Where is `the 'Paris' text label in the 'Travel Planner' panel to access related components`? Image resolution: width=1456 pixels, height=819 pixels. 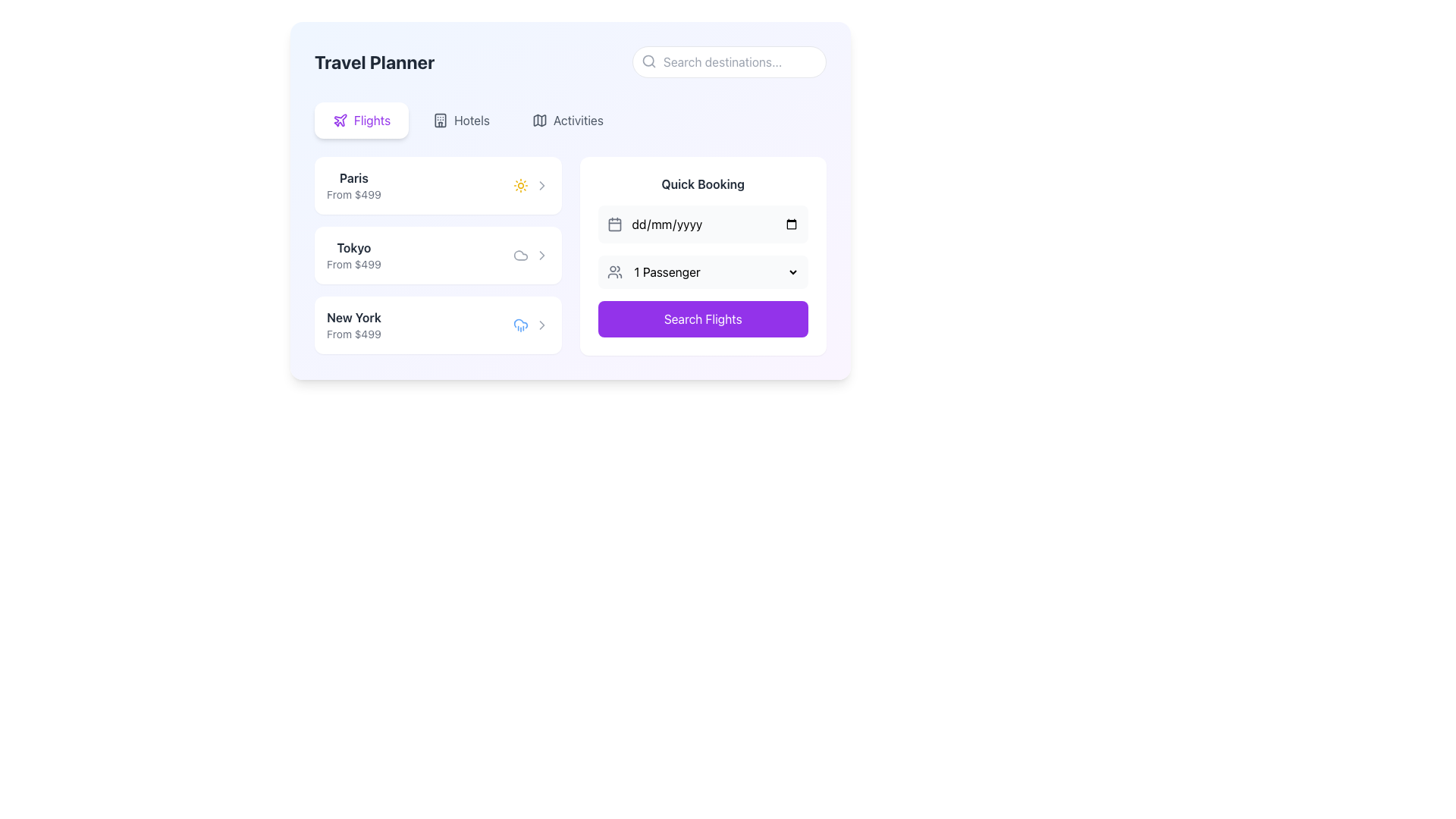
the 'Paris' text label in the 'Travel Planner' panel to access related components is located at coordinates (353, 177).